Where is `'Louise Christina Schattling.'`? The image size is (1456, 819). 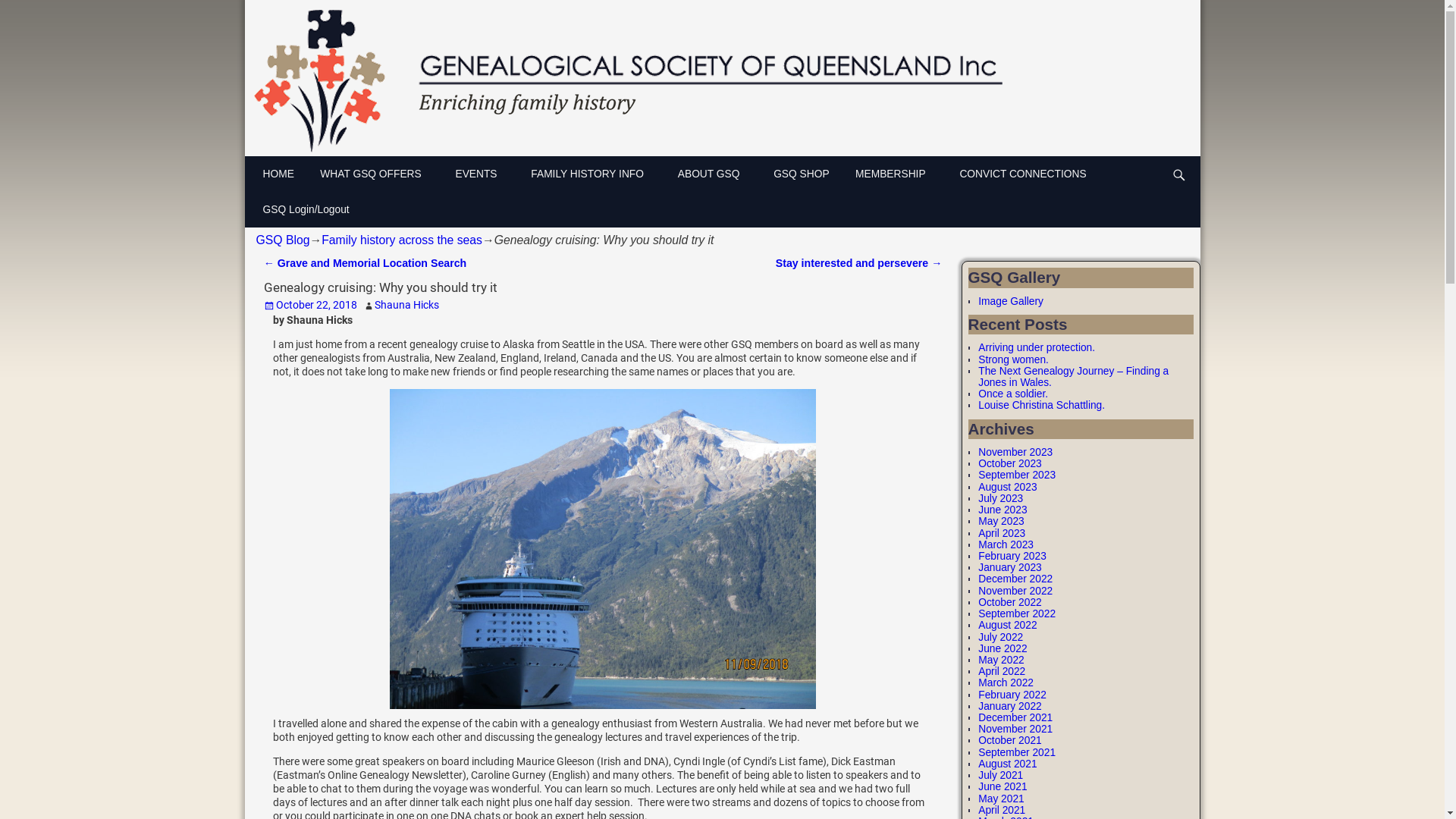 'Louise Christina Schattling.' is located at coordinates (1040, 404).